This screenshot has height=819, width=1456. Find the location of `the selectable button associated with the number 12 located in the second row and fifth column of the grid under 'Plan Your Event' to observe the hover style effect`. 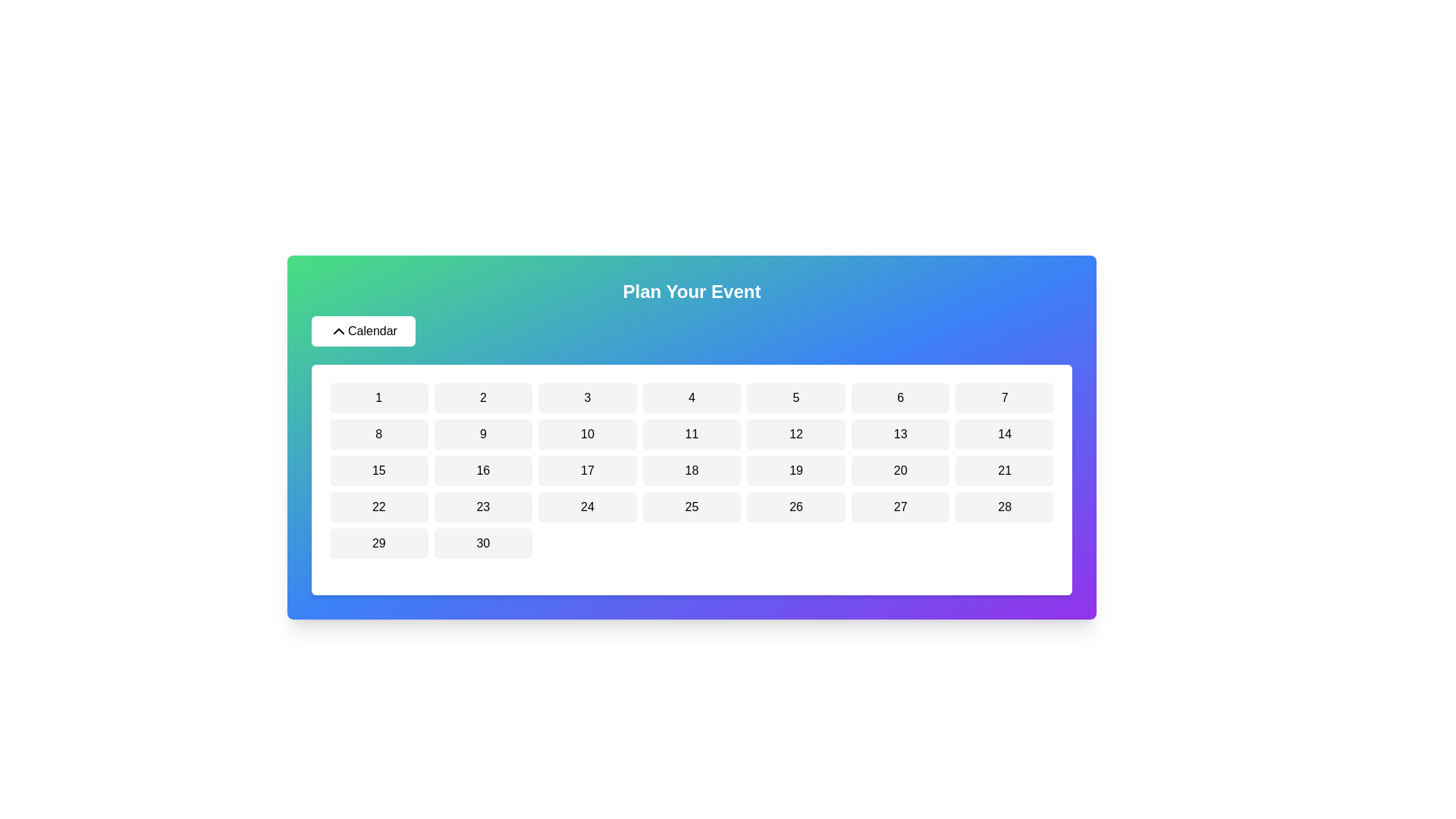

the selectable button associated with the number 12 located in the second row and fifth column of the grid under 'Plan Your Event' to observe the hover style effect is located at coordinates (795, 435).